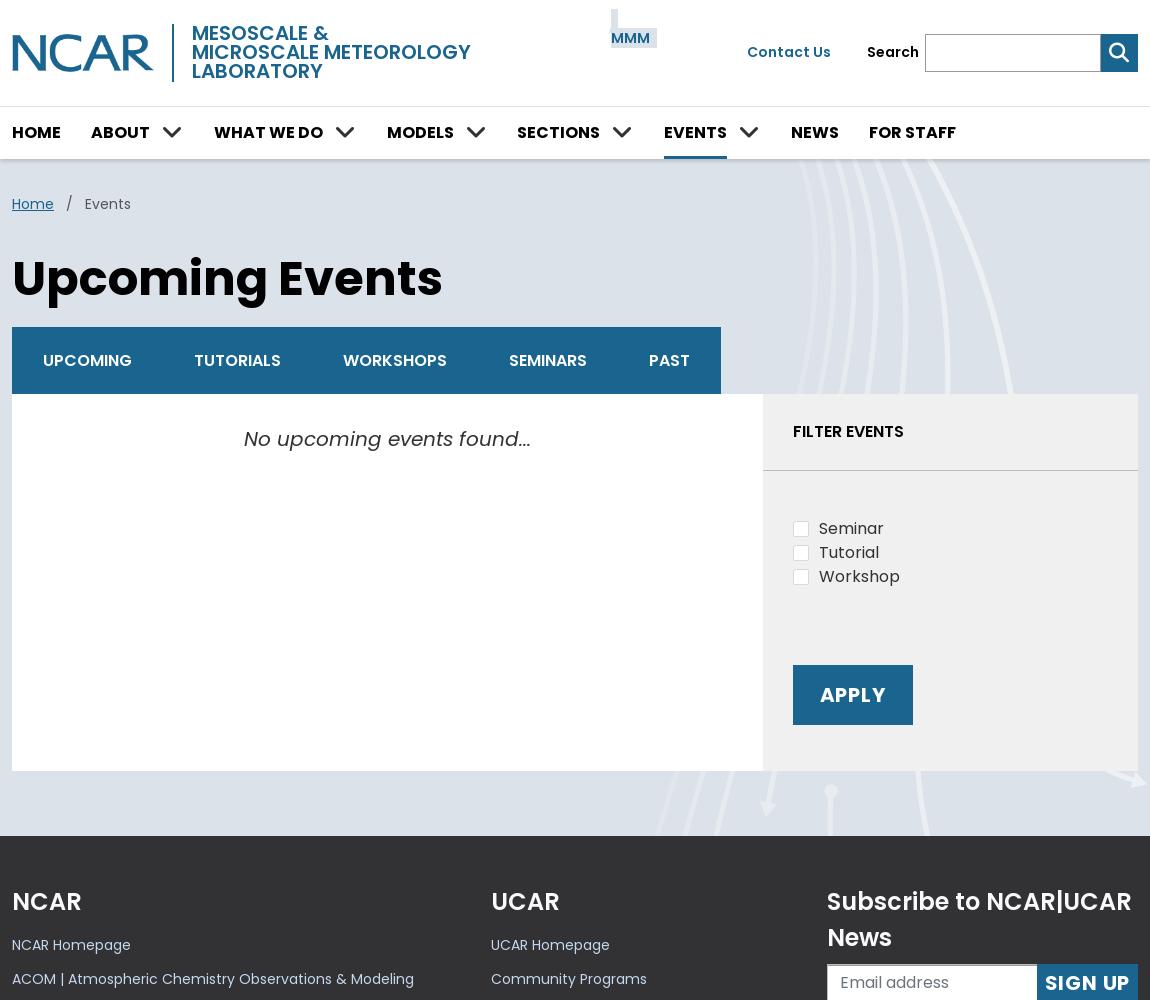 The width and height of the screenshot is (1150, 1000). I want to click on 'Tutorials', so click(236, 358).